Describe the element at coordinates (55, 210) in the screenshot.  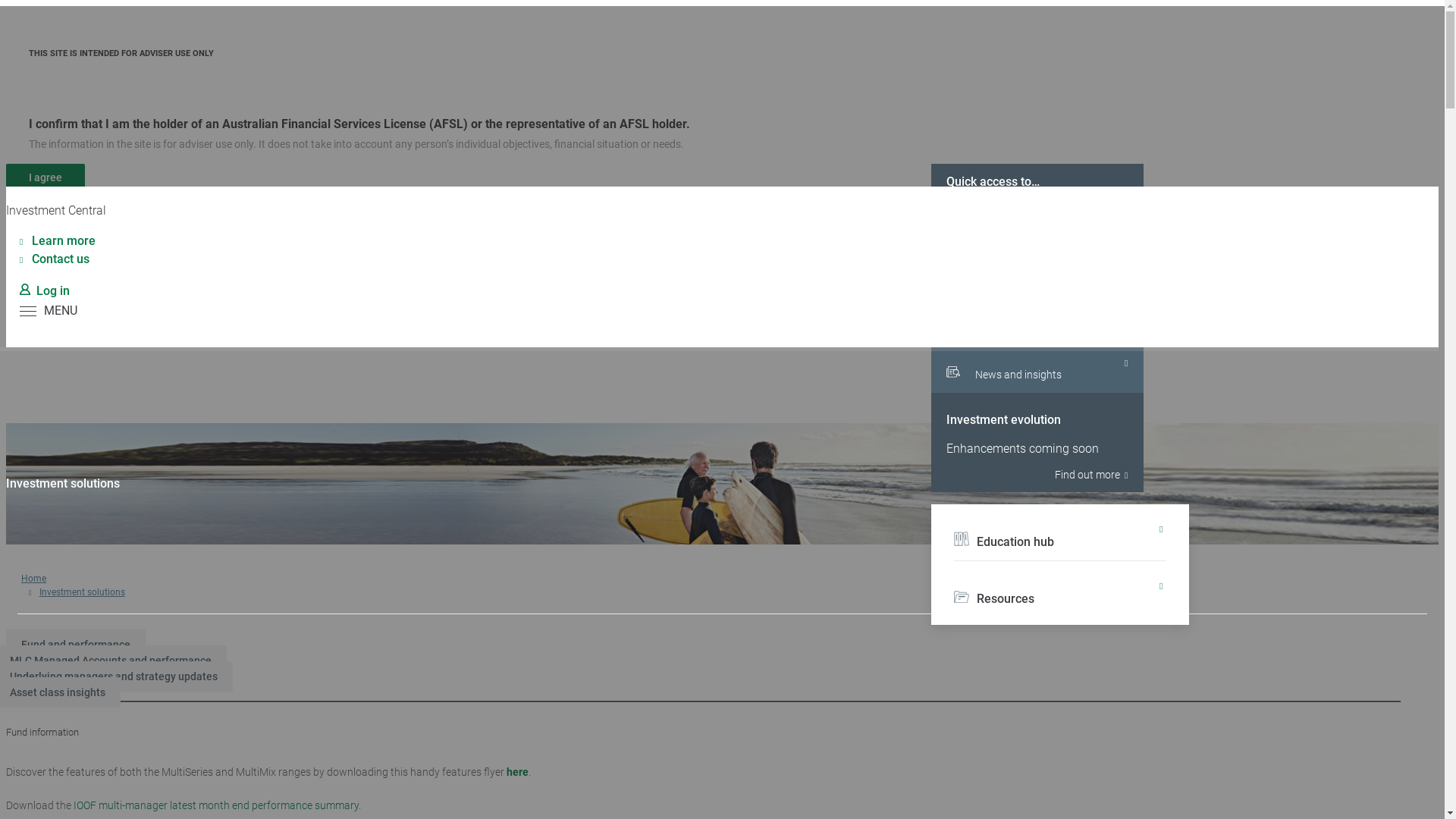
I see `'Investment Central'` at that location.